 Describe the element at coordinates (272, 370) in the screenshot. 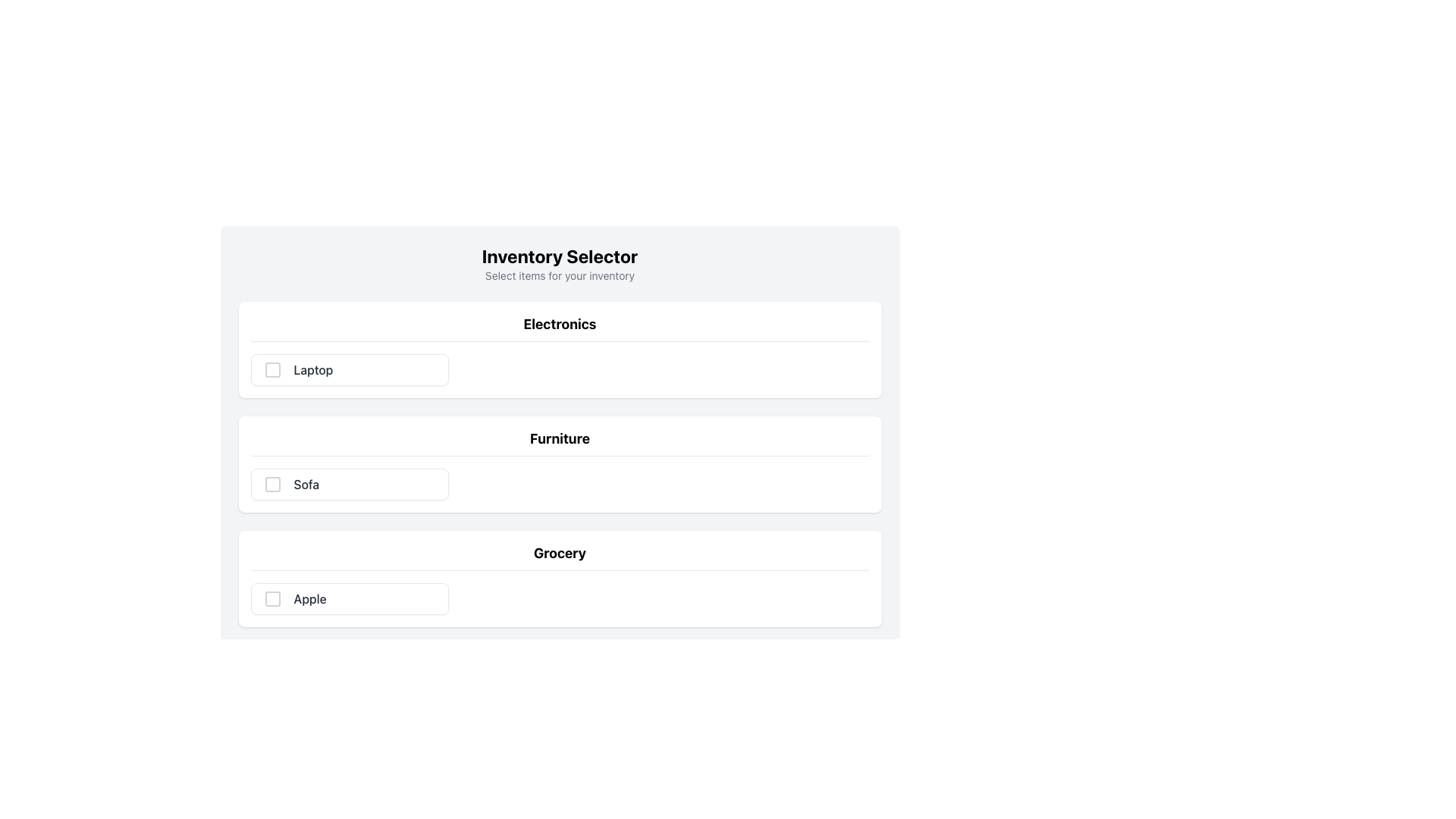

I see `the clickable checkbox indicator located next to the text label 'Laptop' in the 'Electronics' section` at that location.